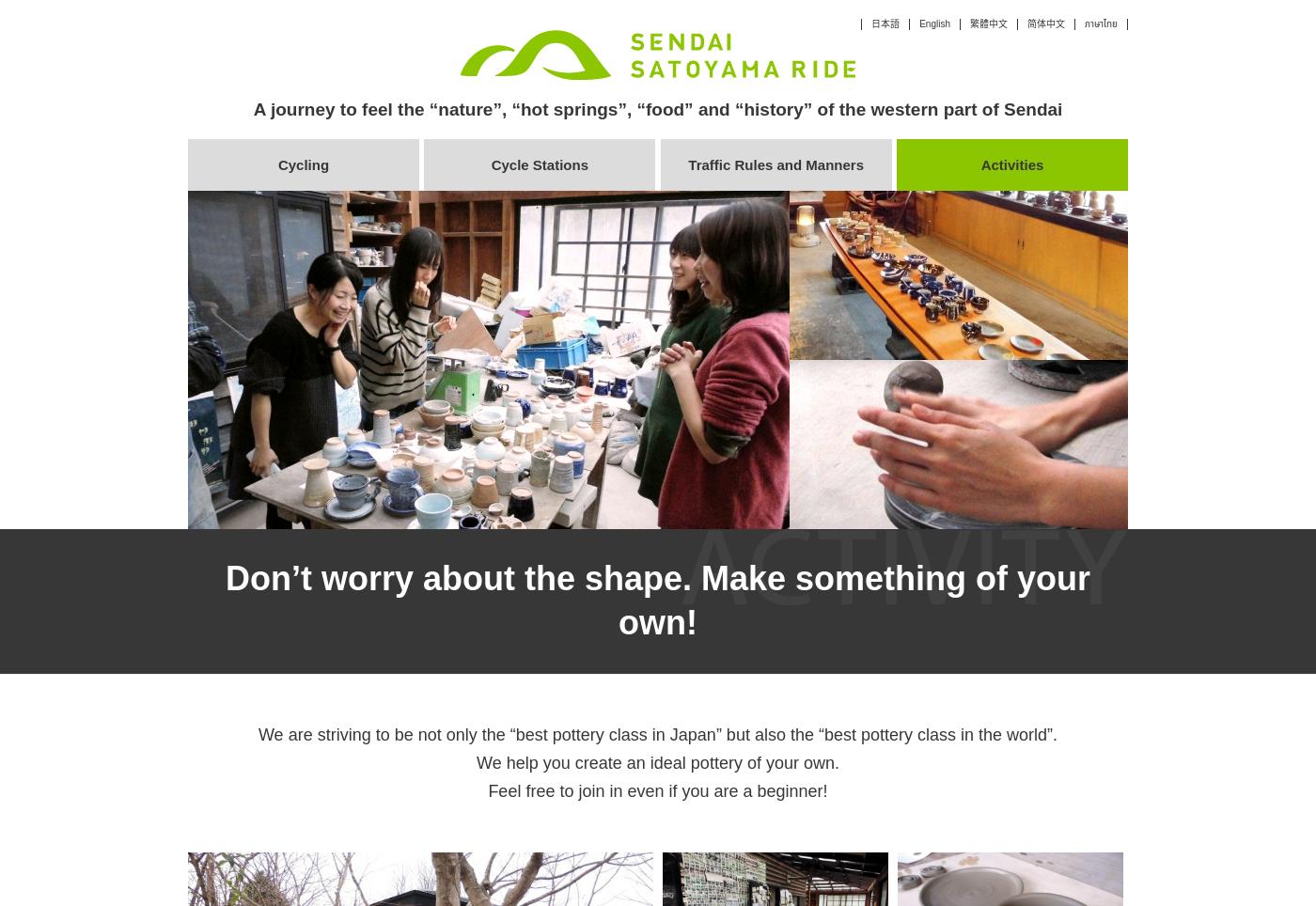  Describe the element at coordinates (657, 108) in the screenshot. I see `'A journey to feel the “nature”, “hot springs”, “food” and “history” of the western part of Sendai'` at that location.